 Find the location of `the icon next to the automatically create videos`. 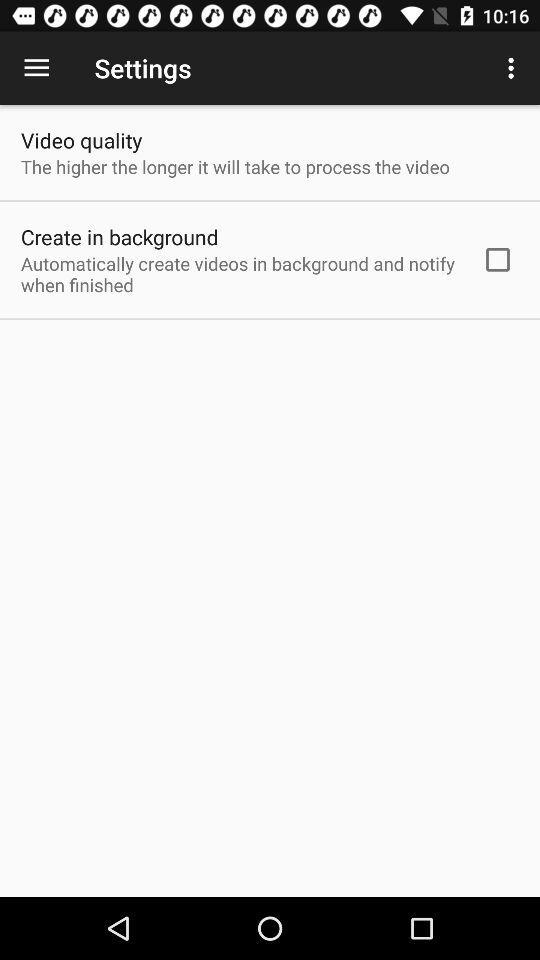

the icon next to the automatically create videos is located at coordinates (496, 258).